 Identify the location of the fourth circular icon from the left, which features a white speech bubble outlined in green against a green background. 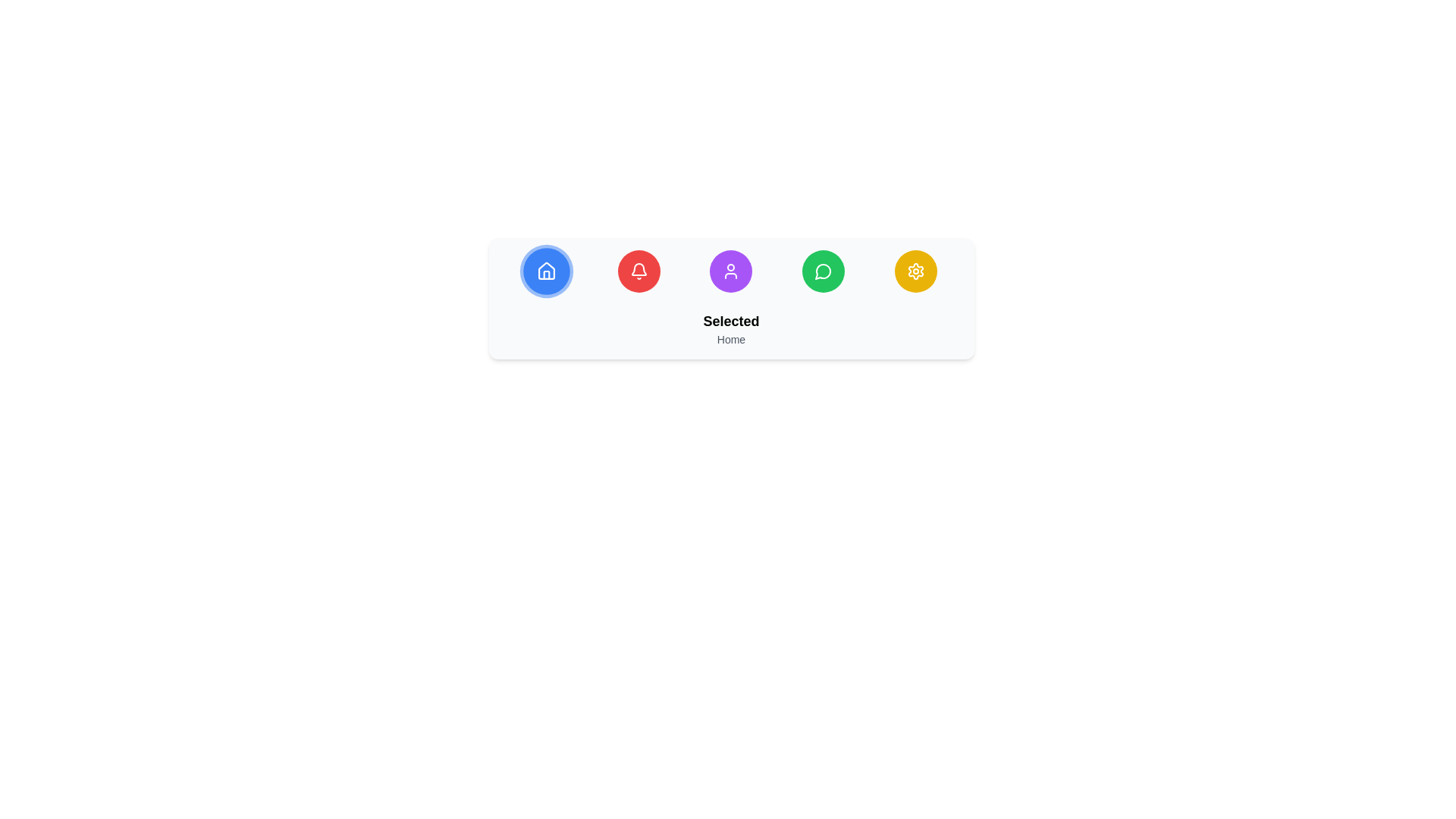
(823, 271).